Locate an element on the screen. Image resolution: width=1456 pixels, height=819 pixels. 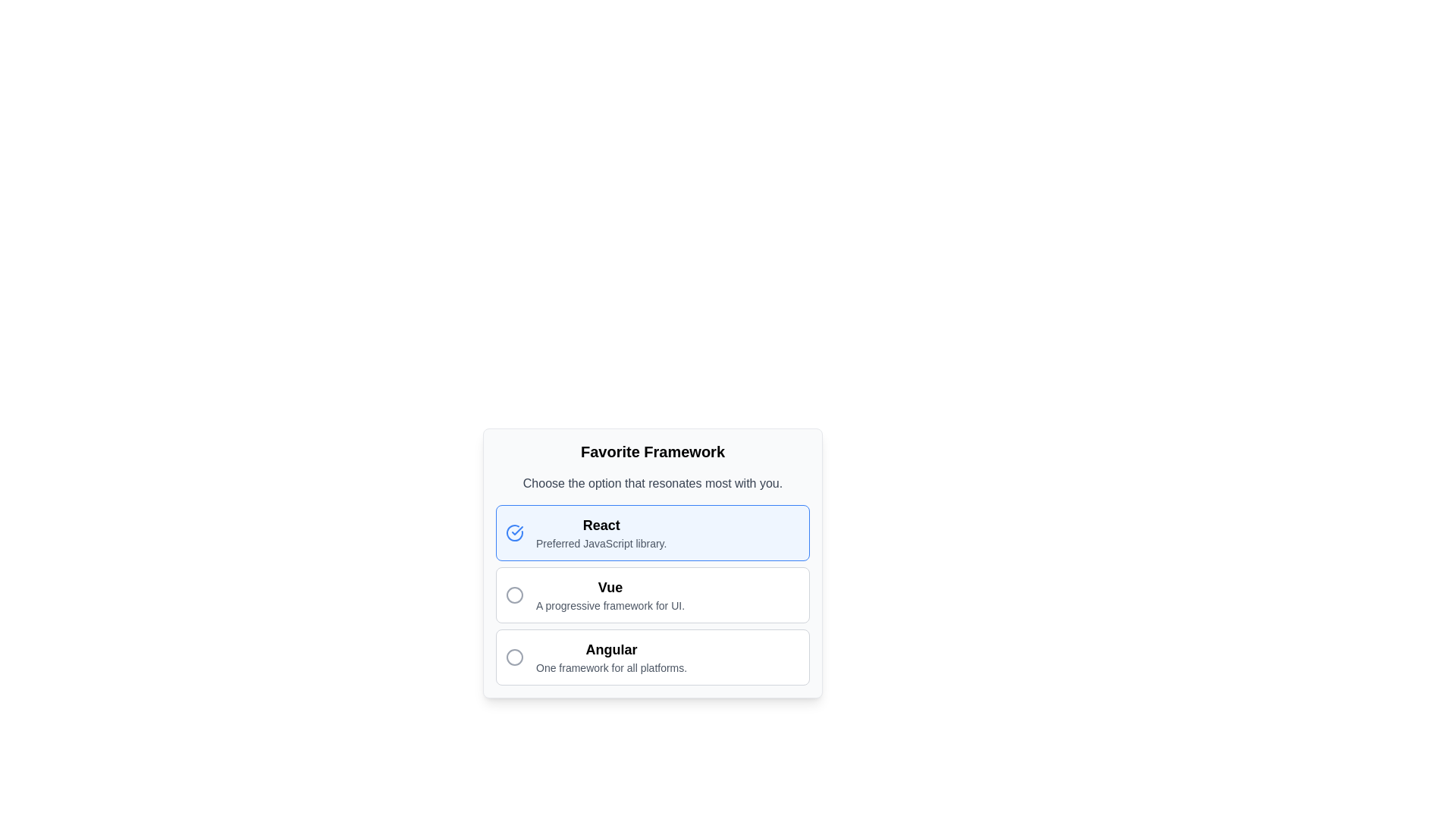
descriptions of the frameworks in the radio button group styled as a card, which allows selection between React, Vue, and Angular is located at coordinates (652, 563).